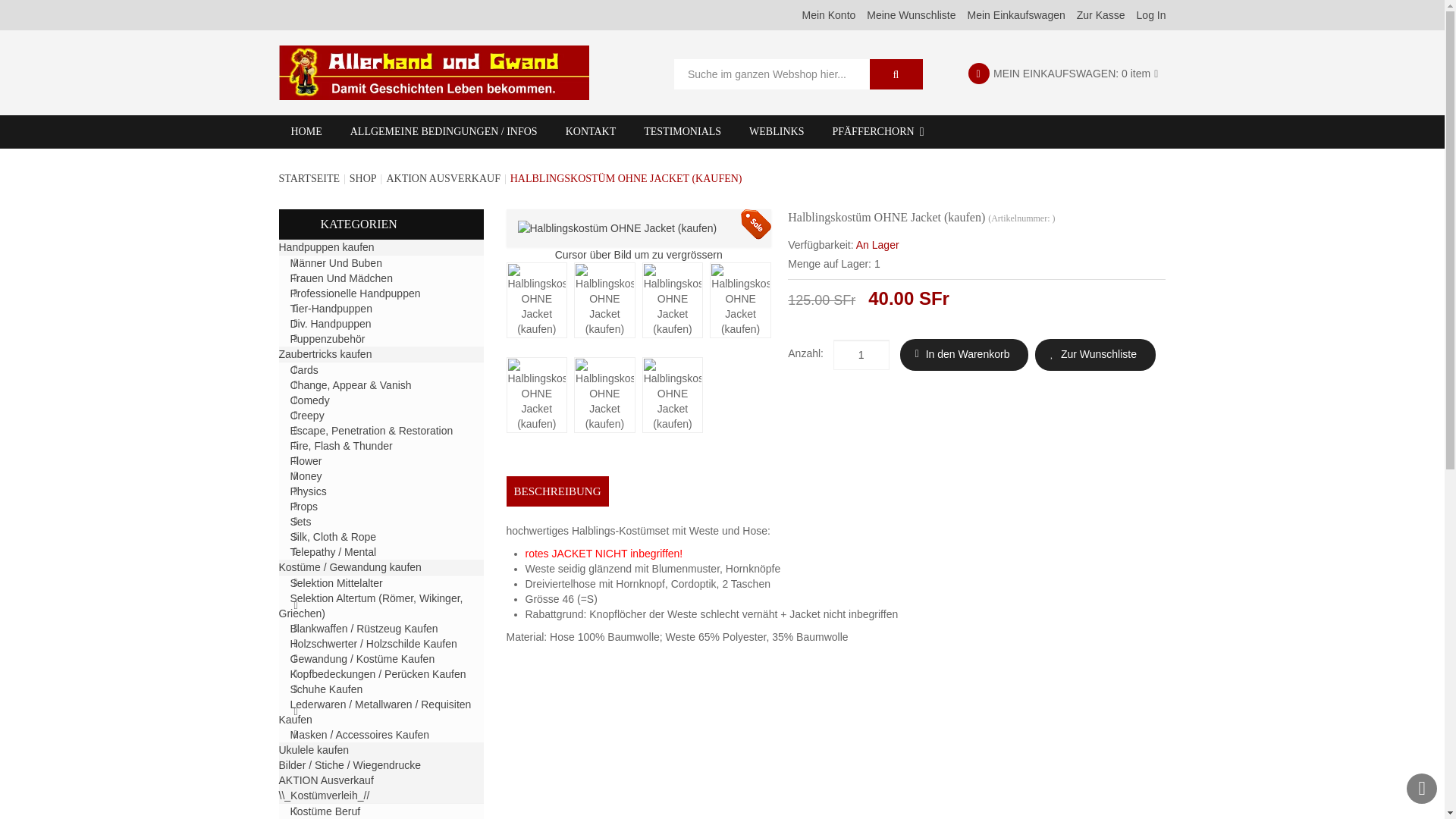 The image size is (1456, 819). What do you see at coordinates (776, 130) in the screenshot?
I see `'WEBLINKS'` at bounding box center [776, 130].